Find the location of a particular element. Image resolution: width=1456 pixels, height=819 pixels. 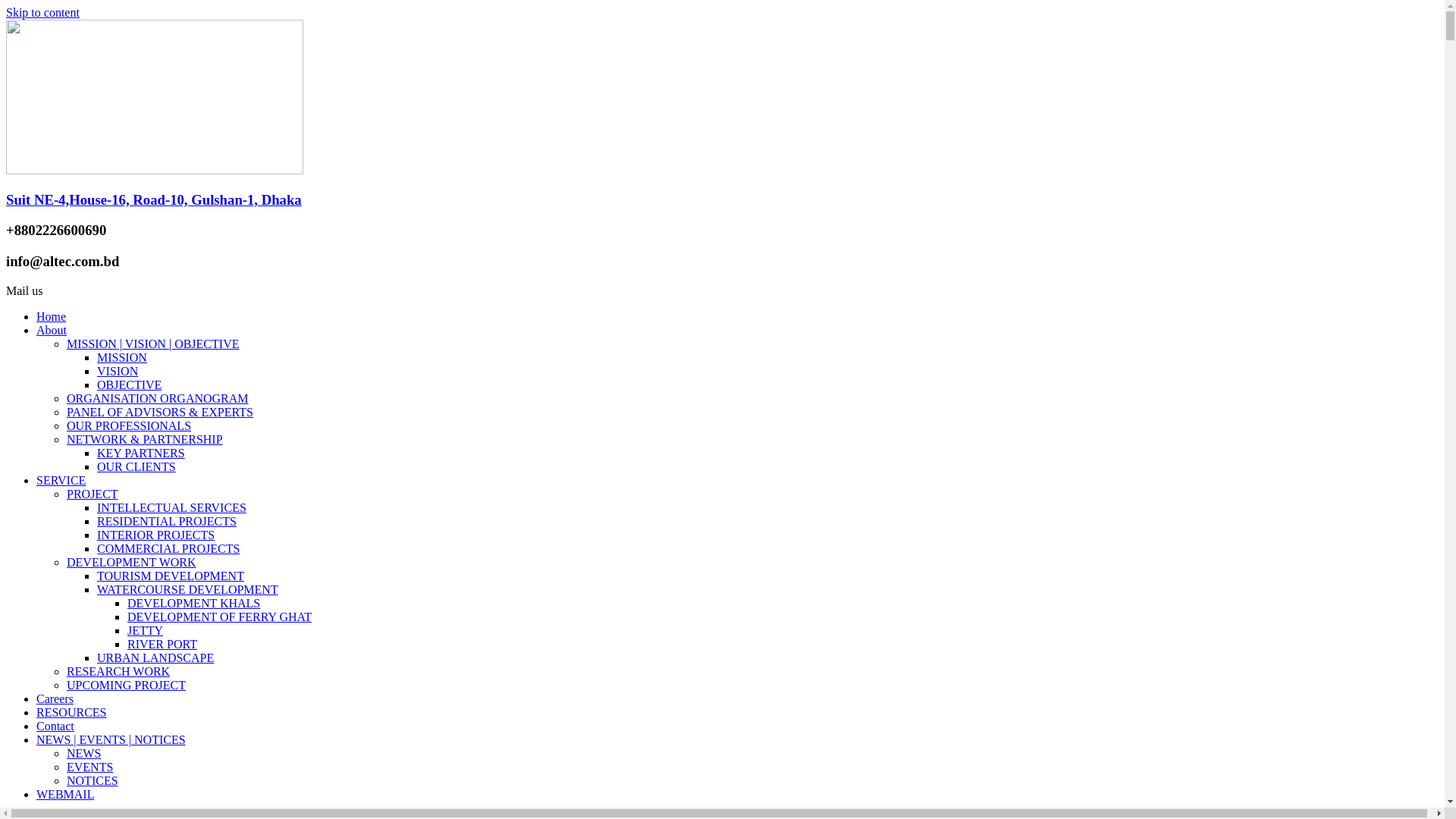

'NEWS' is located at coordinates (83, 753).